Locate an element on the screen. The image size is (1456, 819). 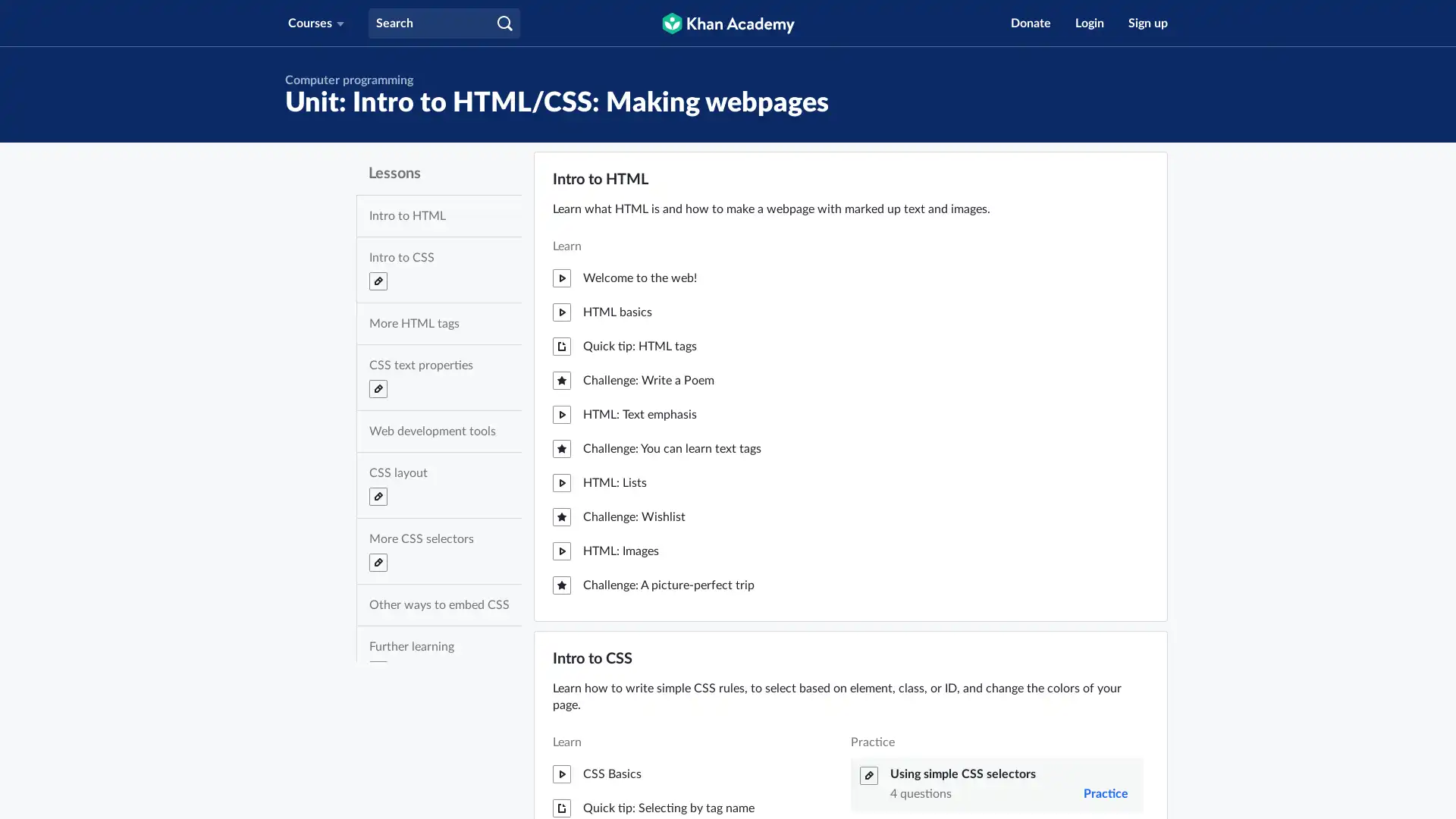
Courses is located at coordinates (315, 23).